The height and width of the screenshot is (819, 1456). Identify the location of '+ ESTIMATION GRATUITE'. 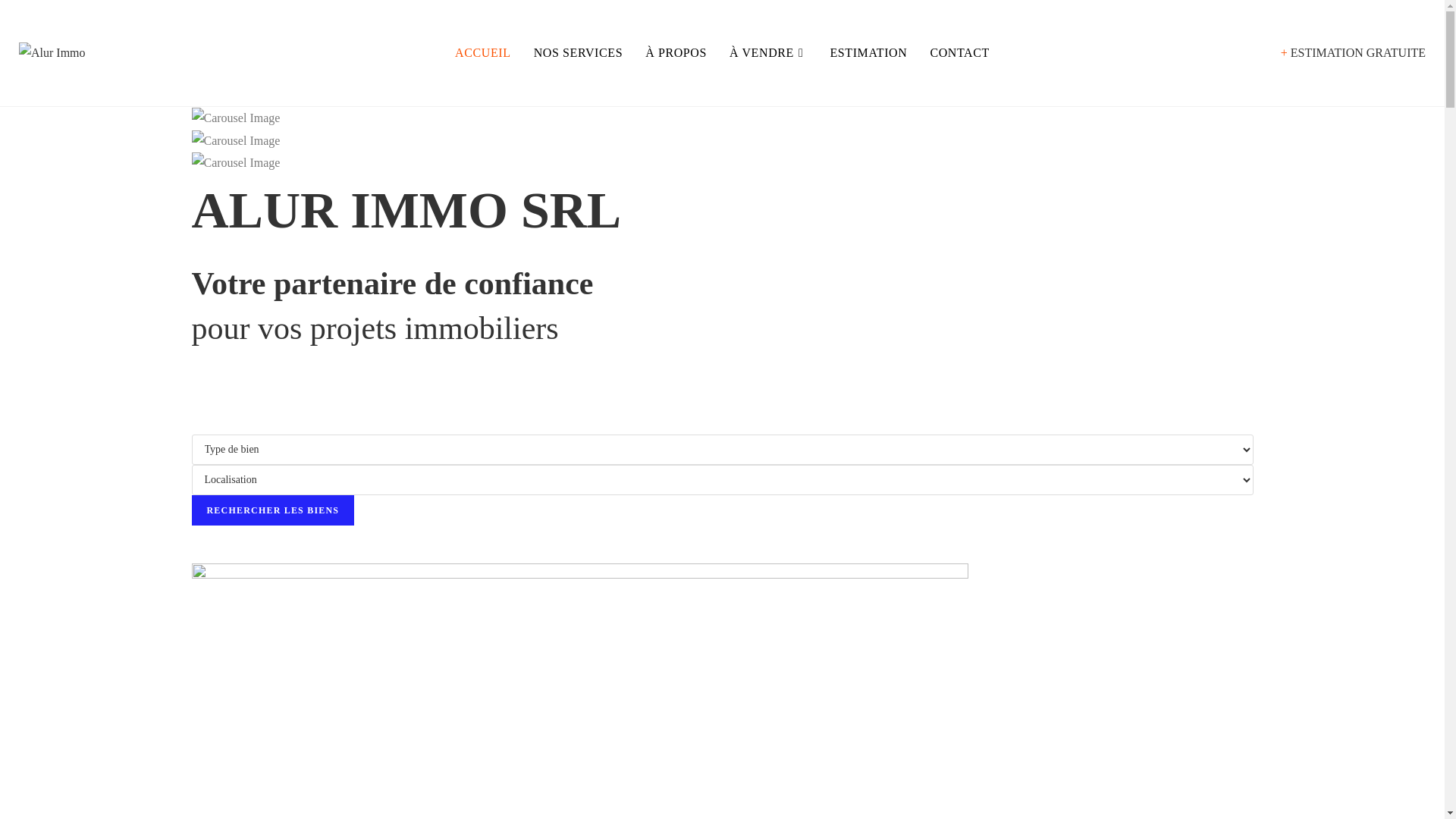
(1353, 52).